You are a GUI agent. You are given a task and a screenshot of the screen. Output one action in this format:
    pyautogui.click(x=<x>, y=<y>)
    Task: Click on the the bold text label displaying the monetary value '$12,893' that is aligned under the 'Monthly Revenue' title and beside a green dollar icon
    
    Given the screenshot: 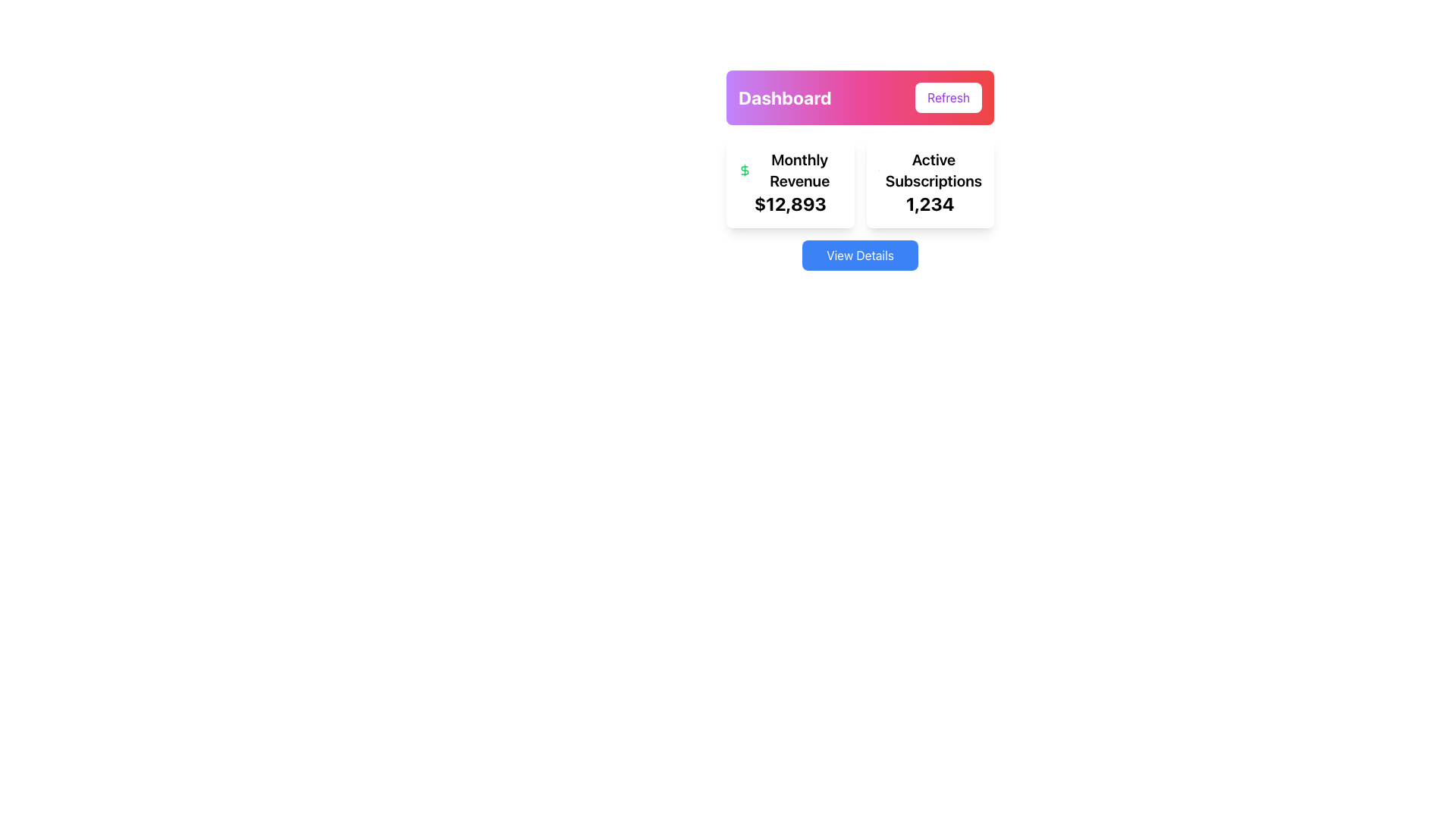 What is the action you would take?
    pyautogui.click(x=789, y=203)
    